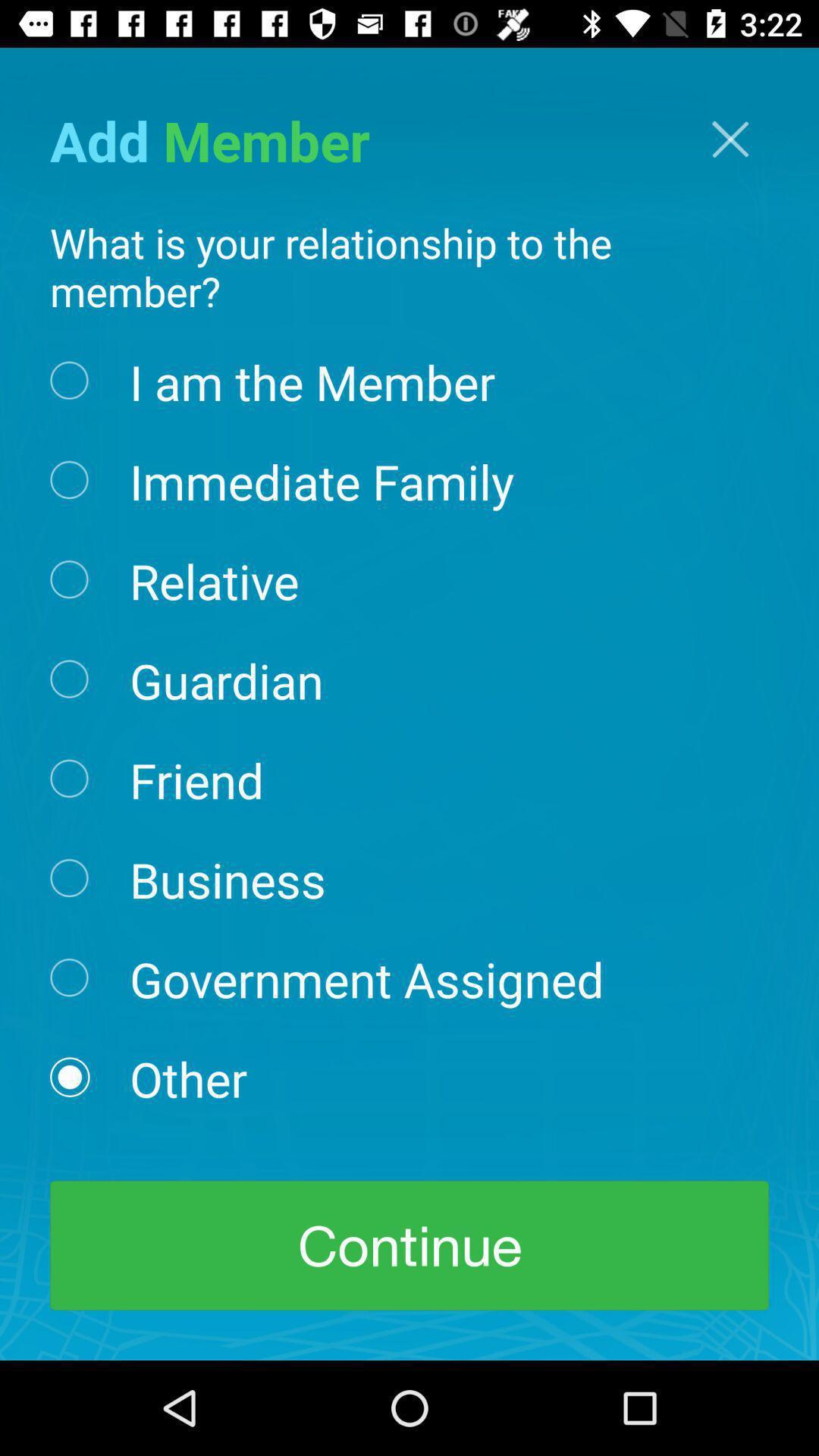  Describe the element at coordinates (730, 139) in the screenshot. I see `window` at that location.